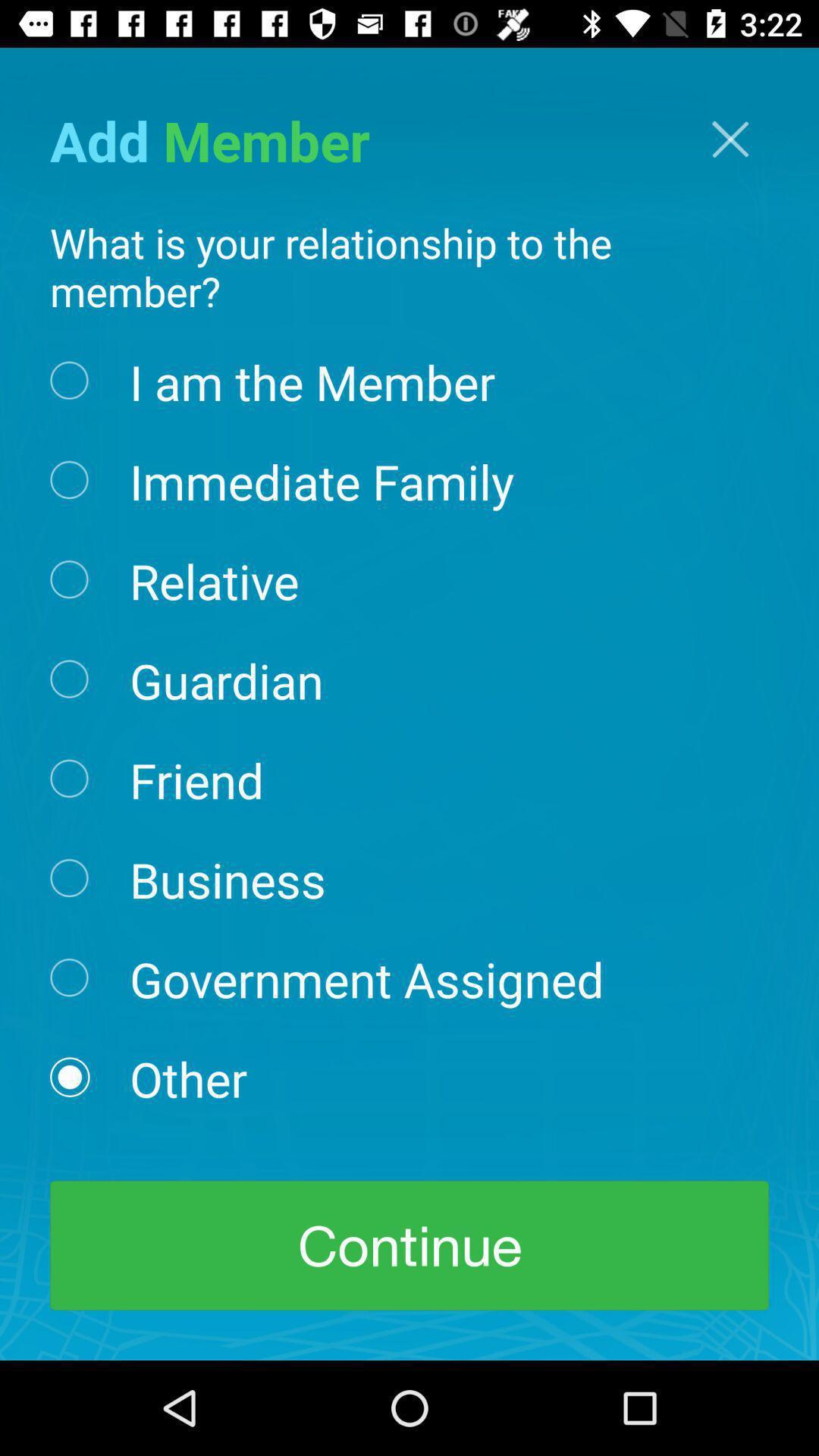  Describe the element at coordinates (730, 139) in the screenshot. I see `window` at that location.